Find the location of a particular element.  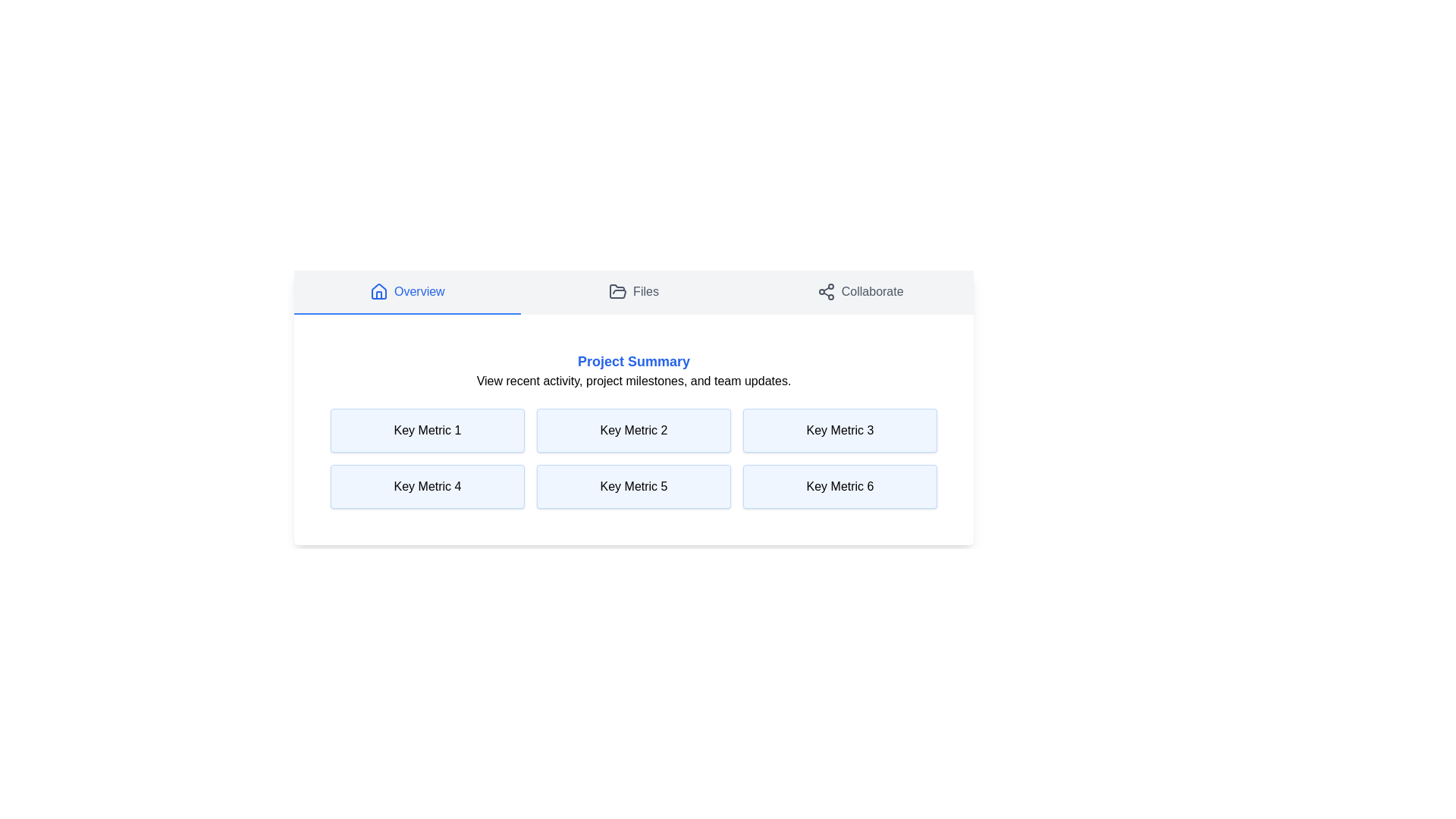

the 'Files' icon located in the top navigation bar is located at coordinates (618, 291).